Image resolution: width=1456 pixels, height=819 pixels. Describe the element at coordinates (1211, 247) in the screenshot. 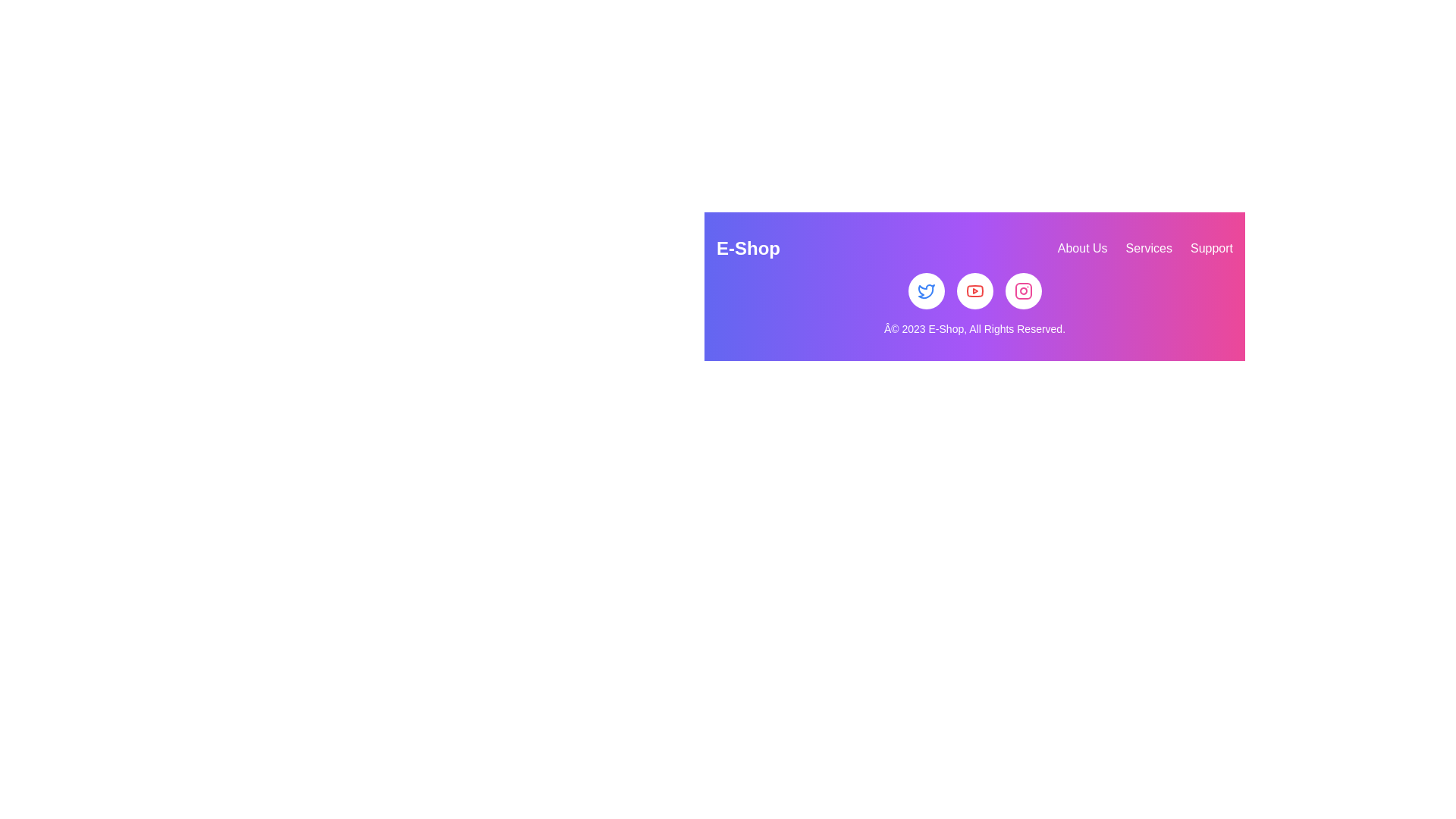

I see `the 'Support' hyperlink, which is the last item on the right side of the navigation bar` at that location.